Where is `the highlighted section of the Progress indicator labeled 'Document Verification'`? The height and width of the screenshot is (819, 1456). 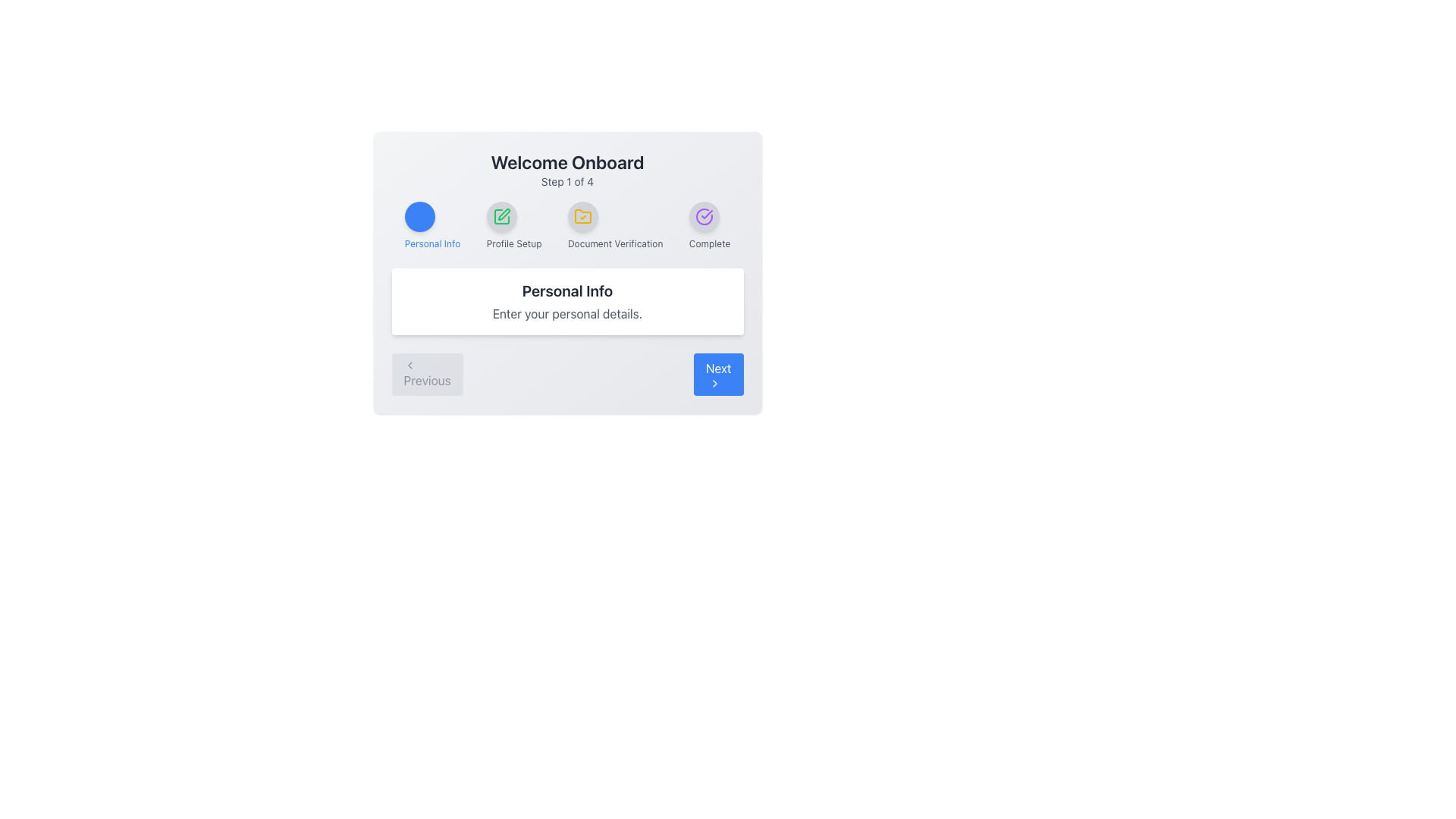
the highlighted section of the Progress indicator labeled 'Document Verification' is located at coordinates (566, 225).